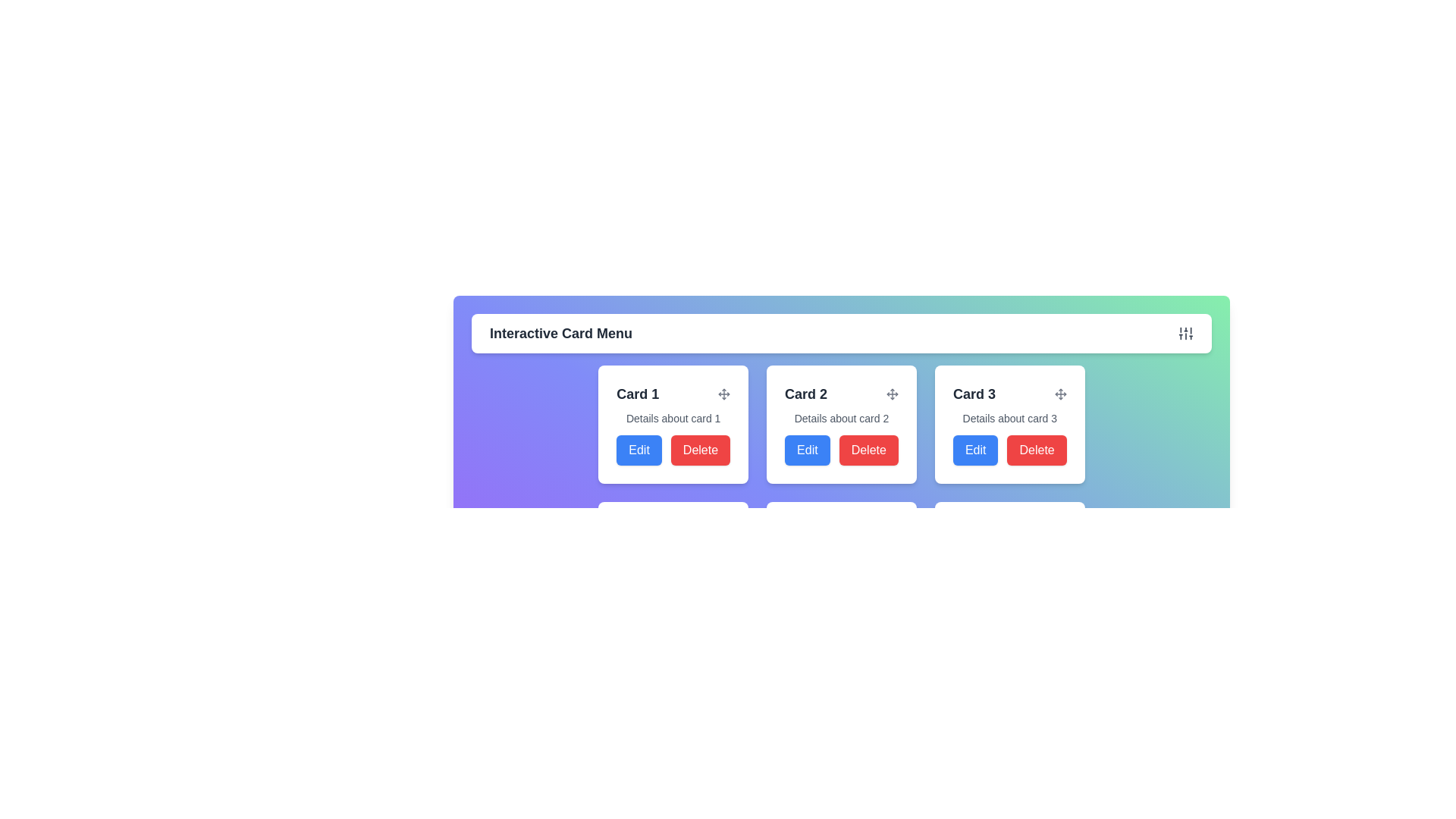 This screenshot has width=1456, height=819. What do you see at coordinates (840, 332) in the screenshot?
I see `the button labeled 'Interactive Card Menu' to toggle the menu visibility` at bounding box center [840, 332].